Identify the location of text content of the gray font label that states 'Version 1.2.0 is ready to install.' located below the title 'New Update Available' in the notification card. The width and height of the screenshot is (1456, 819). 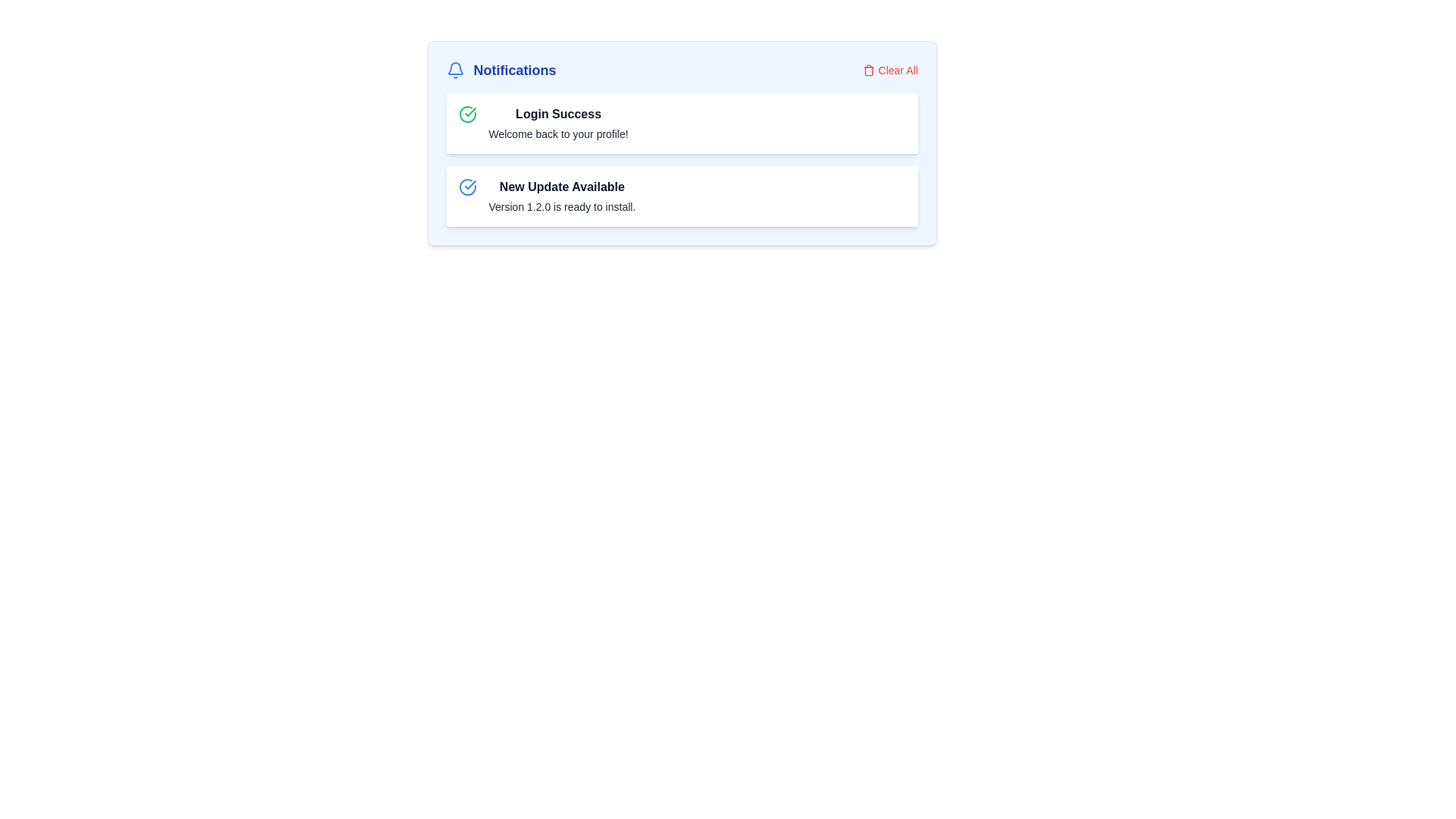
(561, 207).